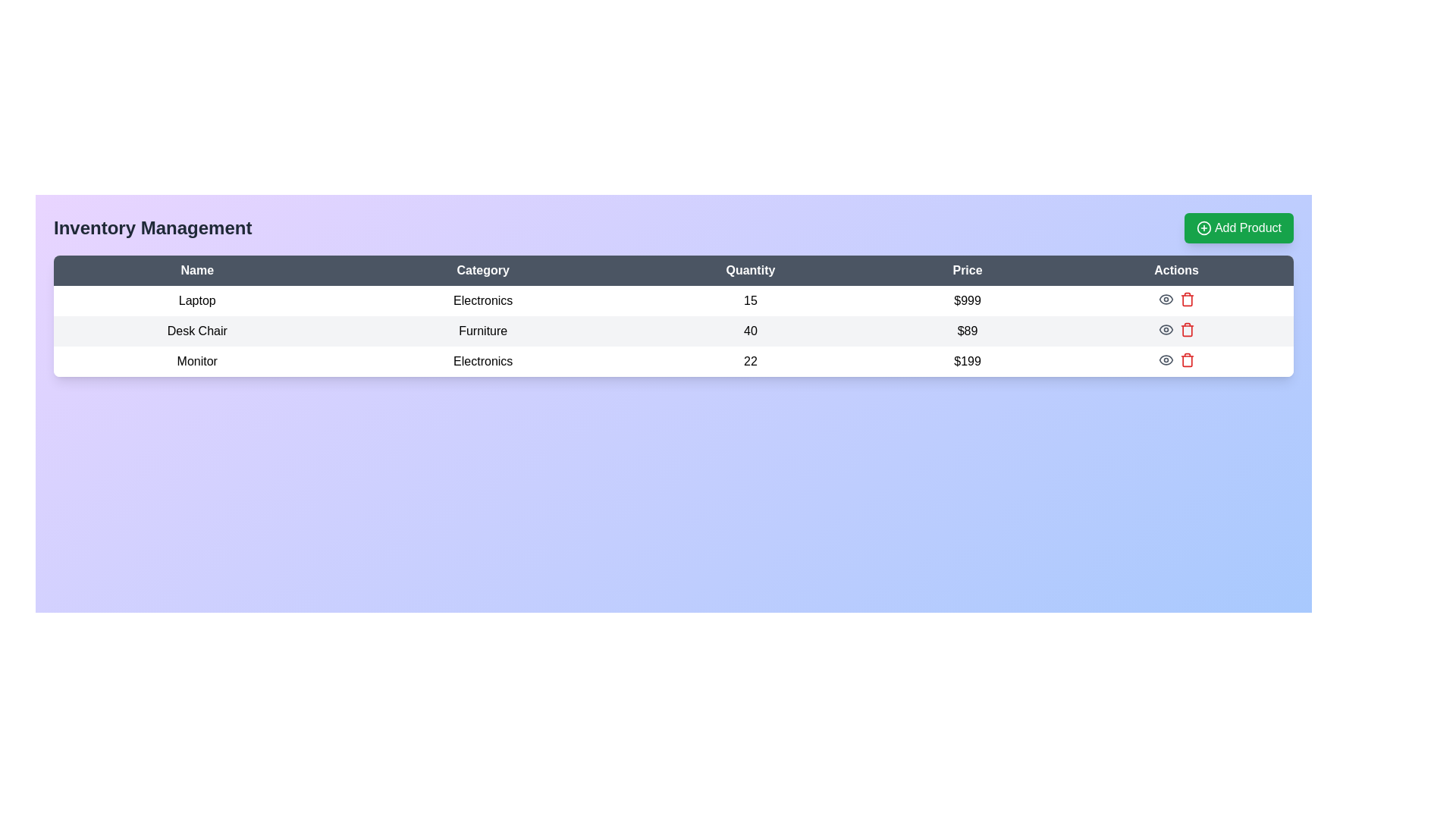 This screenshot has width=1456, height=819. What do you see at coordinates (1186, 359) in the screenshot?
I see `the red-colored trash bin icon, which is the third interactive icon in the last row of the table under the 'Actions' column` at bounding box center [1186, 359].